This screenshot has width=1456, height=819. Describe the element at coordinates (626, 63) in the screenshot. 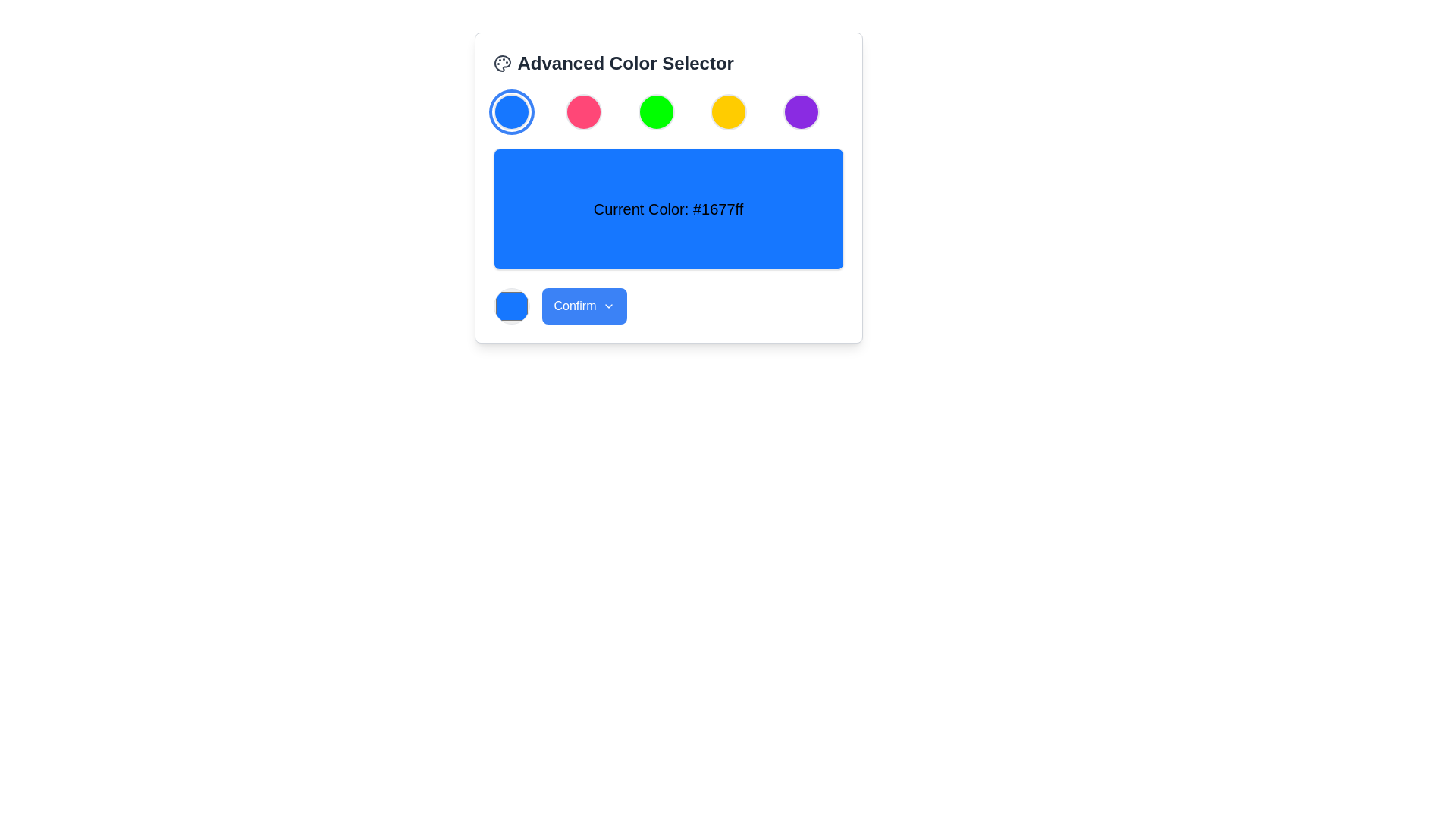

I see `the 'Advanced Color Selector' label displayed in large bold dark gray font, located at the top of a widget next to a small icon` at that location.